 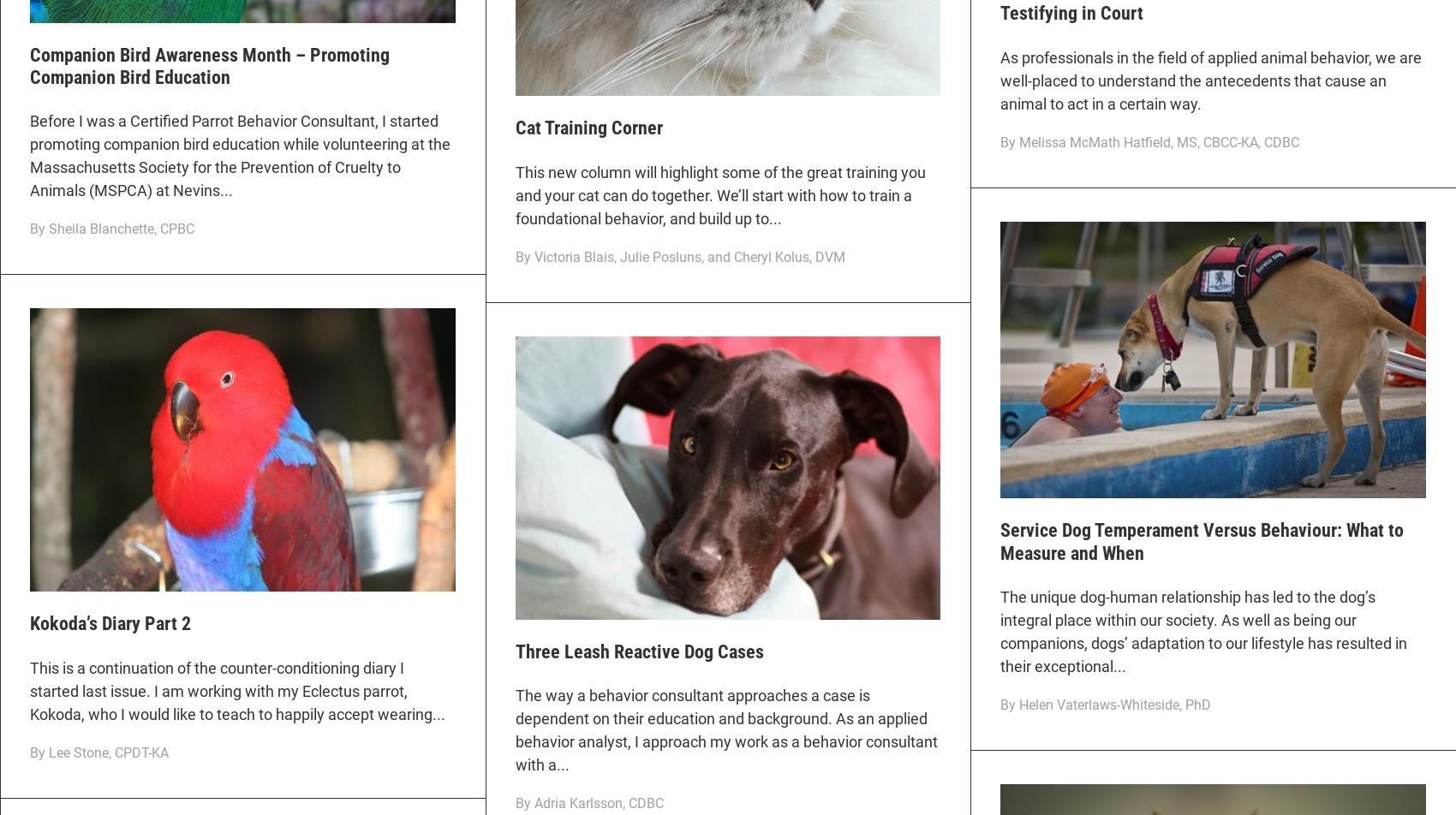 I want to click on 'The unique dog-human relationship has led to the dog’s integral place within our society. As well as being our companions, dogs’ adaptation to our lifestyle has resulted in their exceptional...', so click(x=1202, y=631).